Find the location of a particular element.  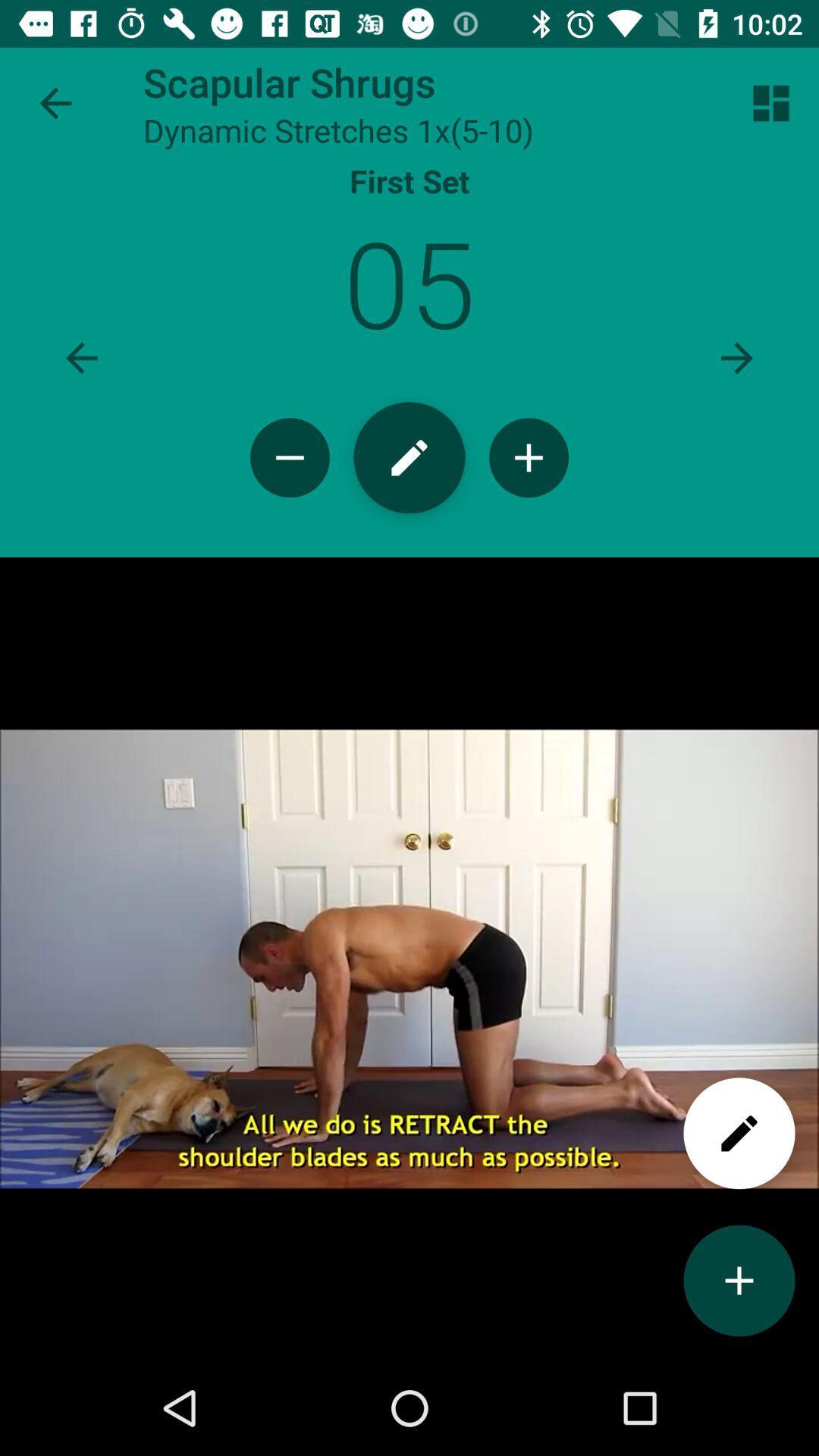

the white color button is located at coordinates (739, 1133).